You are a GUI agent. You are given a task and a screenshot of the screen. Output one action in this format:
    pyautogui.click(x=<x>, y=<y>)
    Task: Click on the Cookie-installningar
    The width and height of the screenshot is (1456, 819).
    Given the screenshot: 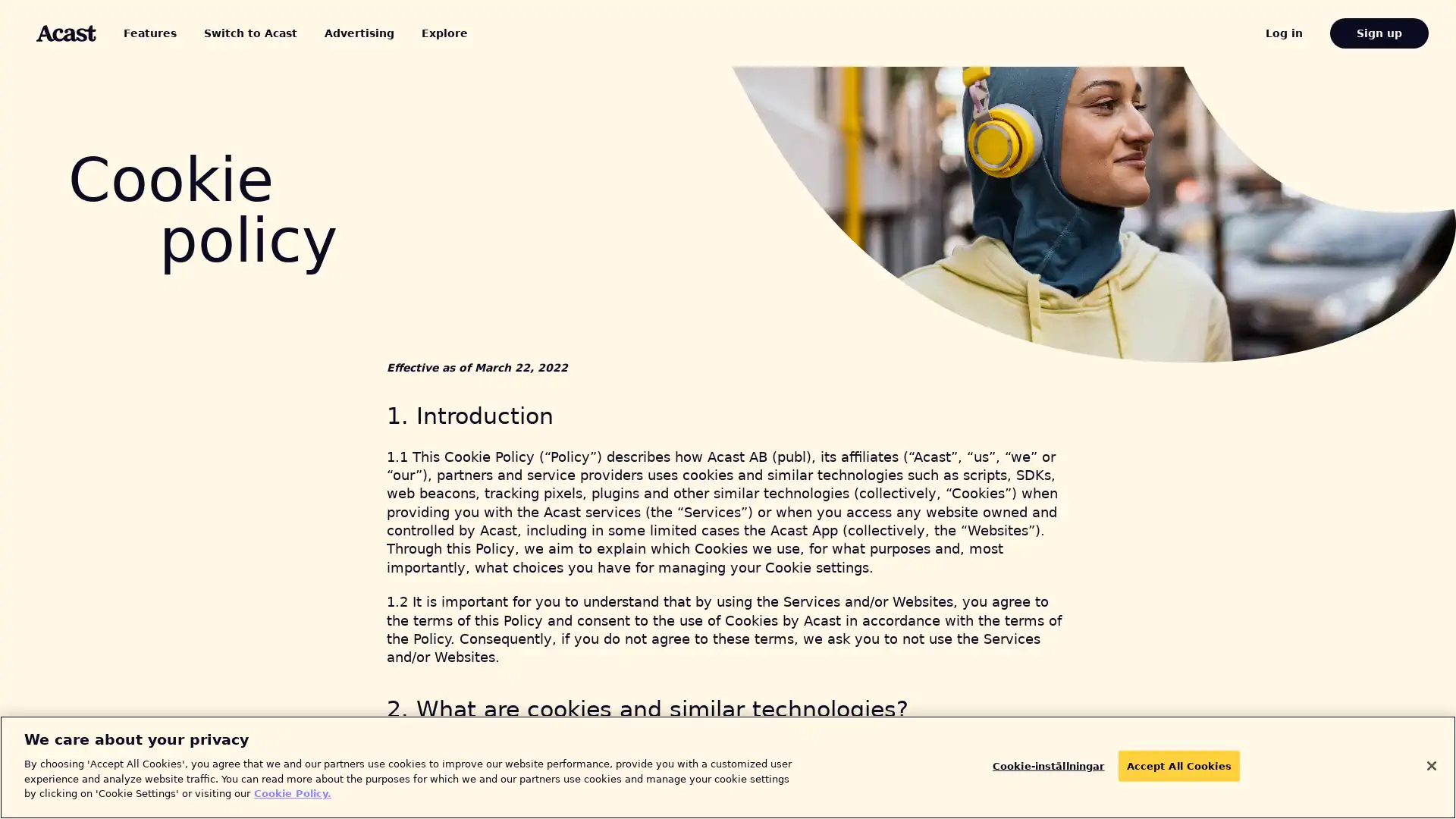 What is the action you would take?
    pyautogui.click(x=1056, y=766)
    